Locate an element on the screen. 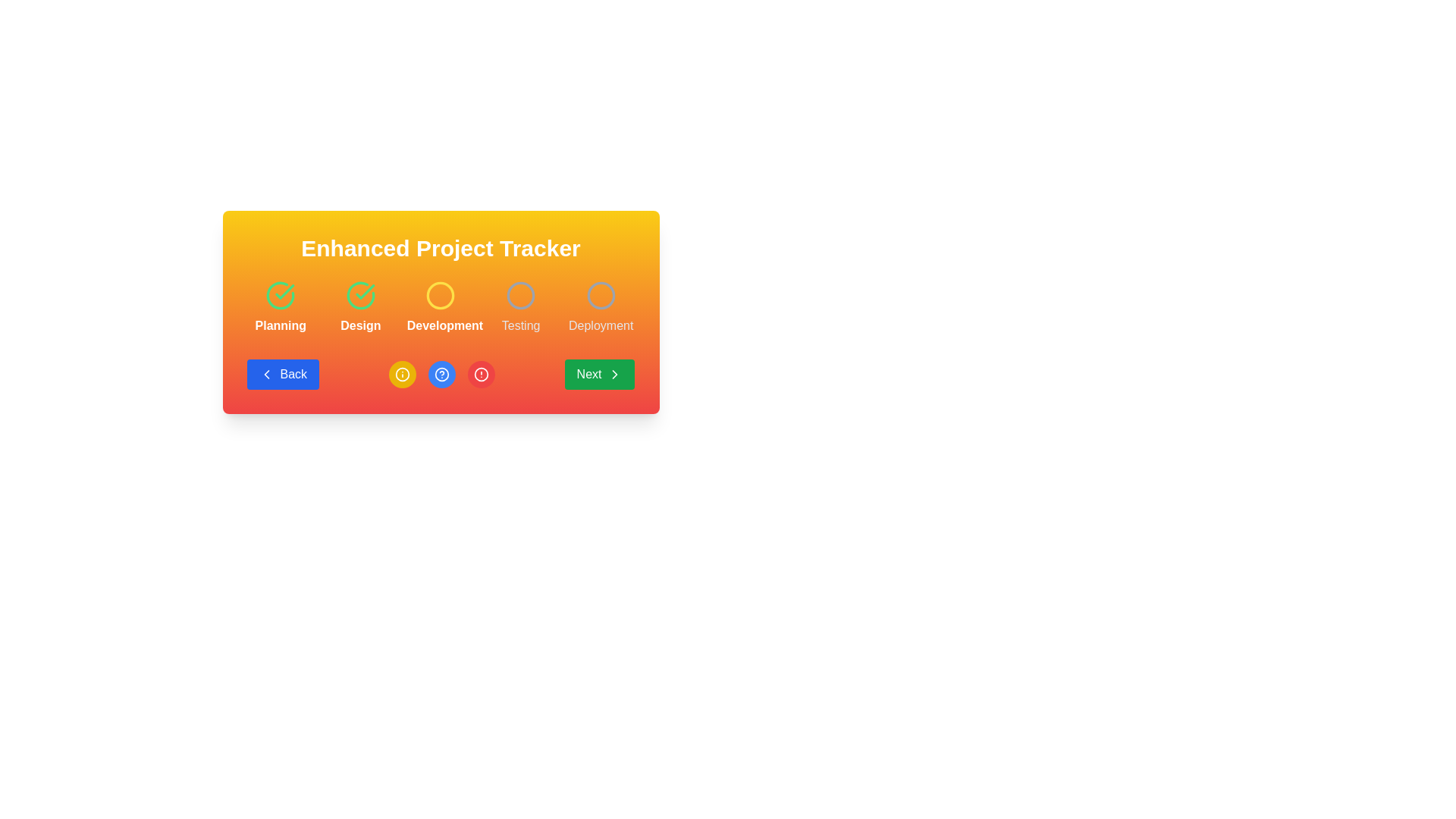 Image resolution: width=1456 pixels, height=819 pixels. the 'Development' process stage icon-text pair to interact with it is located at coordinates (440, 307).